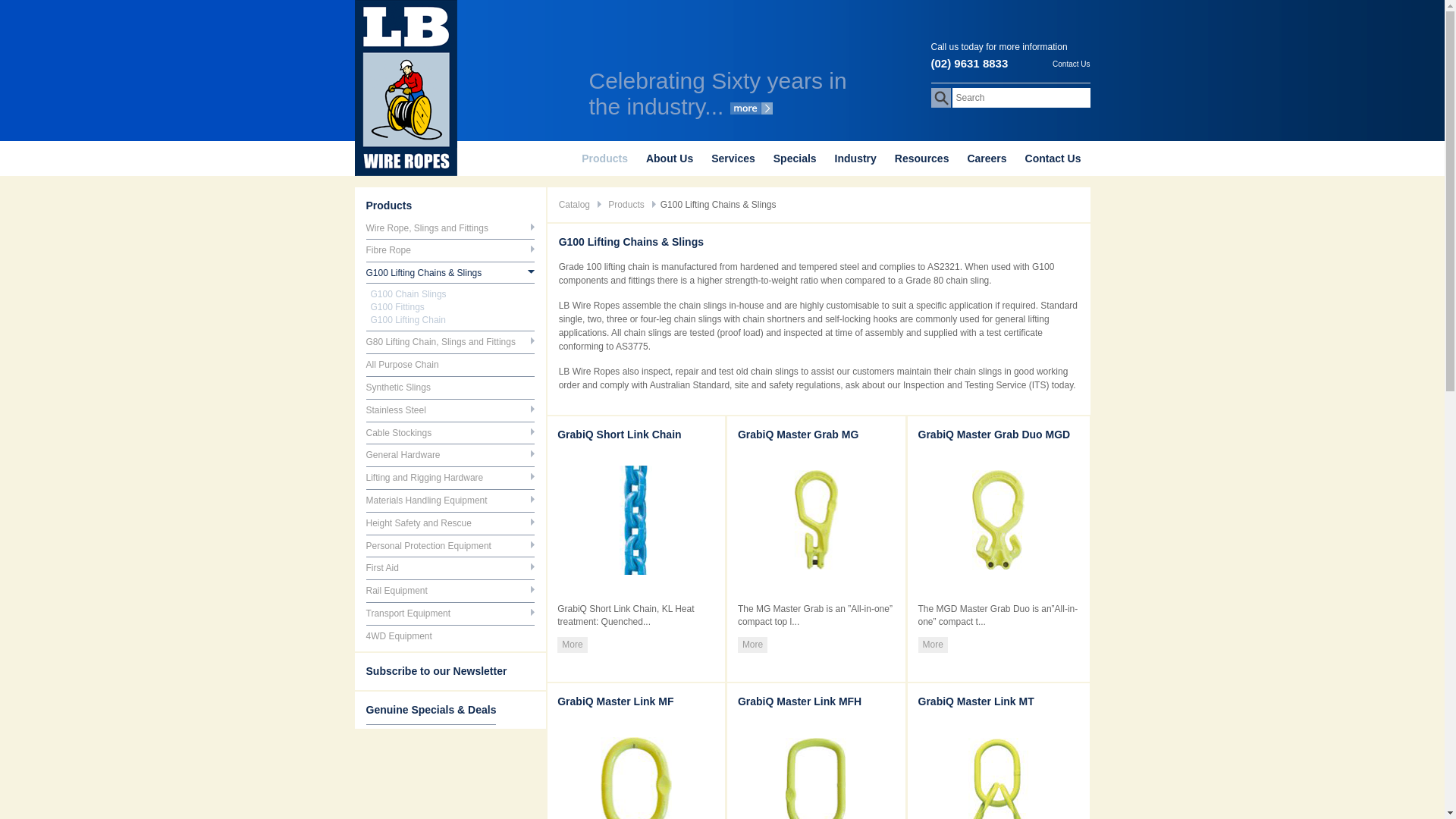 This screenshot has width=1456, height=819. Describe the element at coordinates (401, 365) in the screenshot. I see `'All Purpose Chain'` at that location.